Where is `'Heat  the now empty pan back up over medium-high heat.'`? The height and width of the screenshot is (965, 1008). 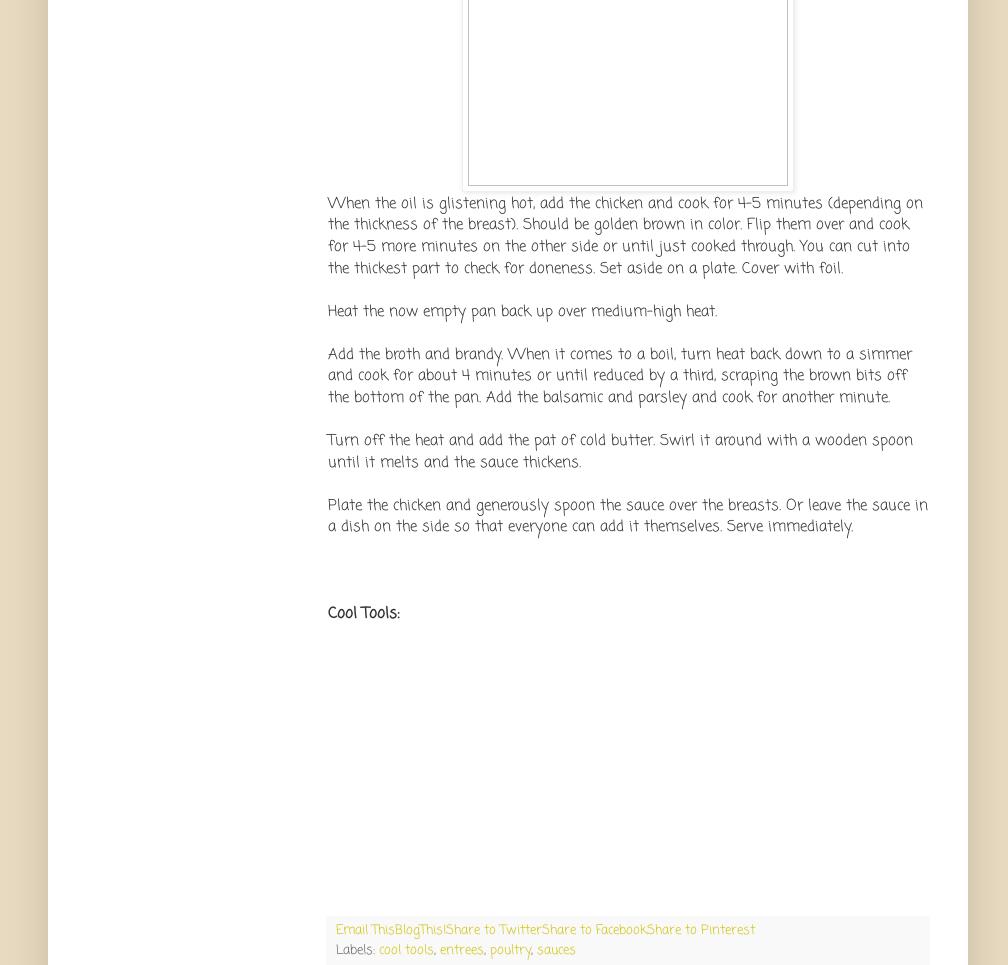
'Heat  the now empty pan back up over medium-high heat.' is located at coordinates (522, 309).